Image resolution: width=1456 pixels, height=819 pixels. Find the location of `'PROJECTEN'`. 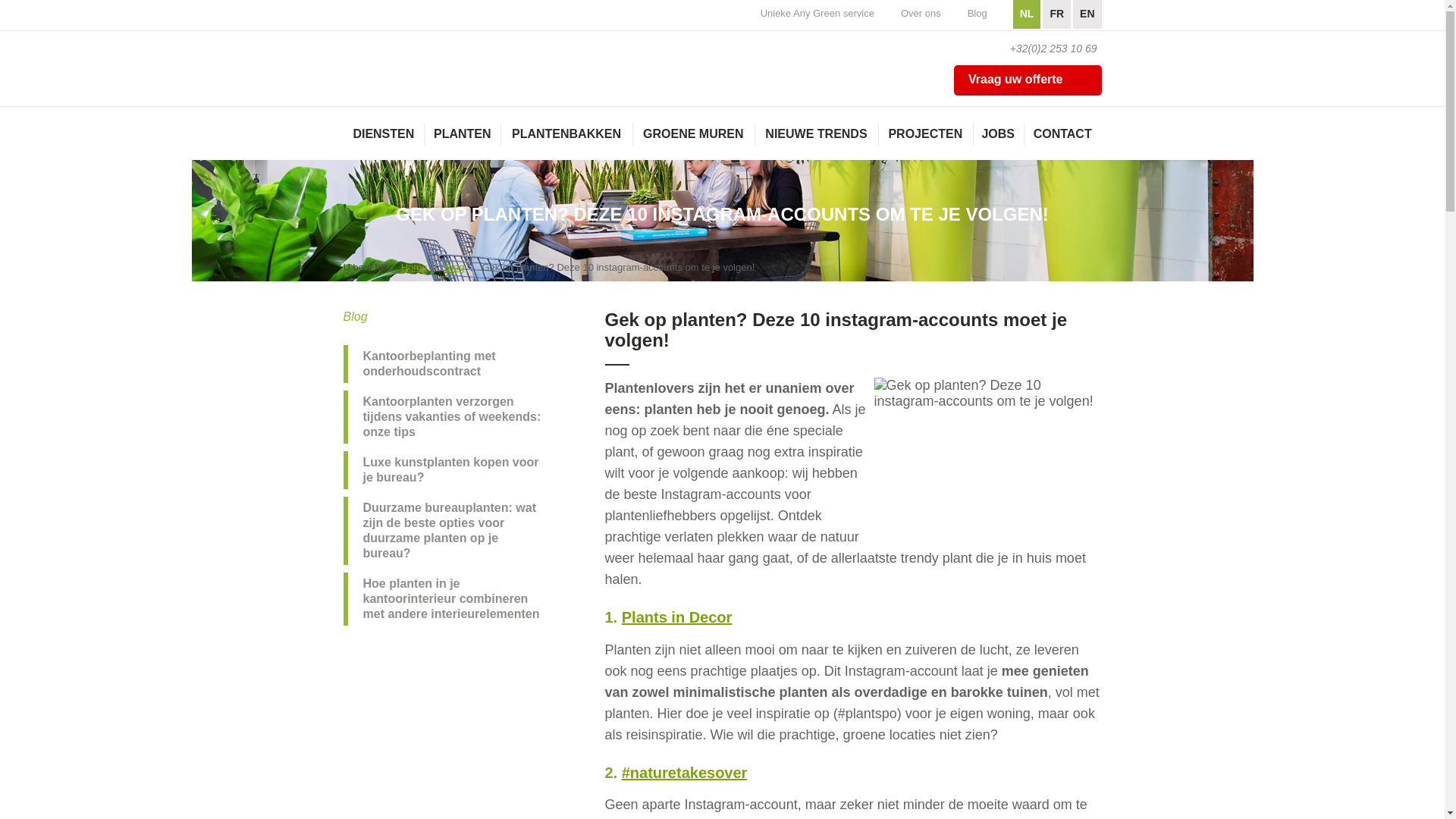

'PROJECTEN' is located at coordinates (877, 141).